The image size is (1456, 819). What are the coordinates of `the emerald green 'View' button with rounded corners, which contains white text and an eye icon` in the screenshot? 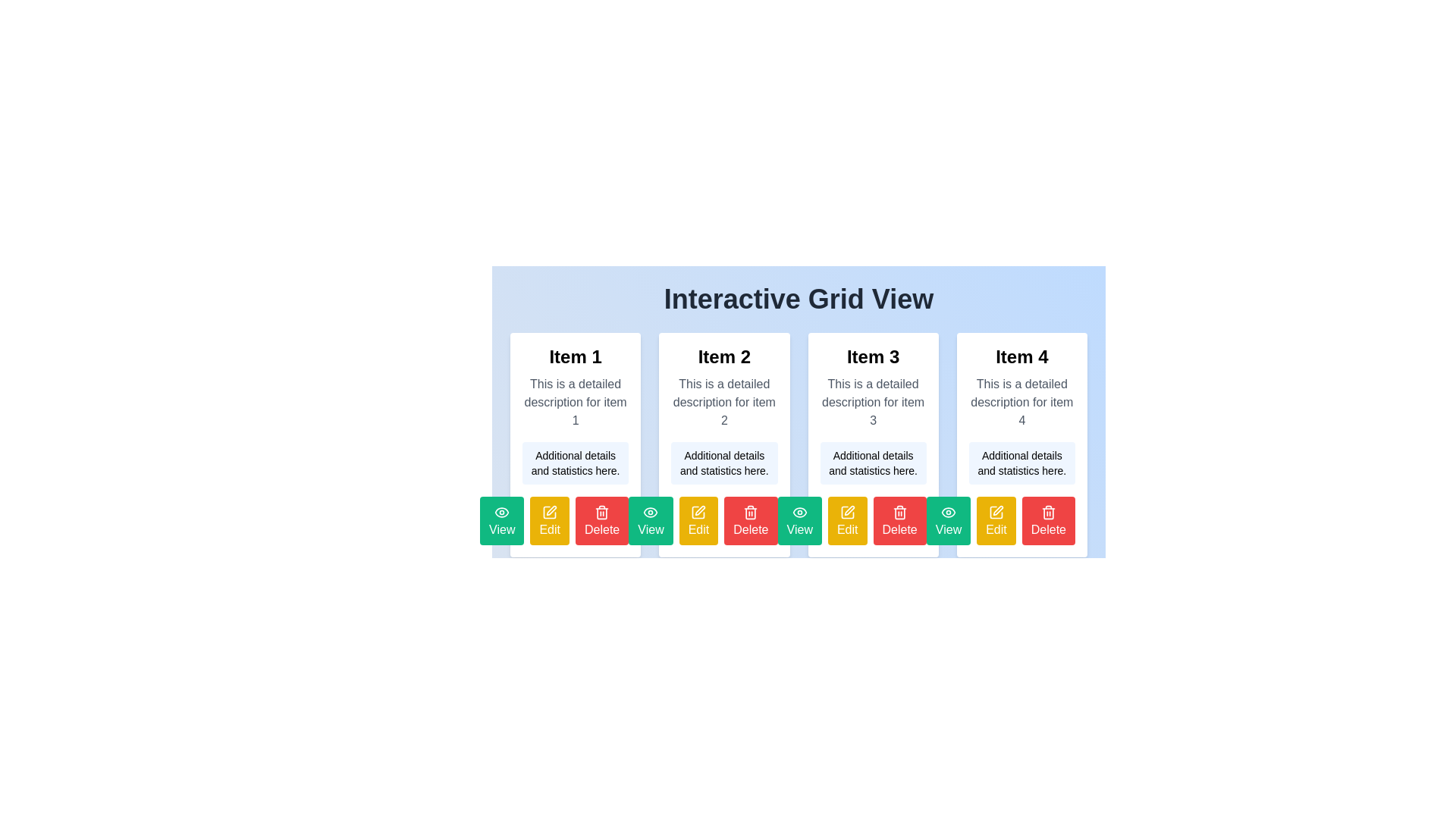 It's located at (651, 519).